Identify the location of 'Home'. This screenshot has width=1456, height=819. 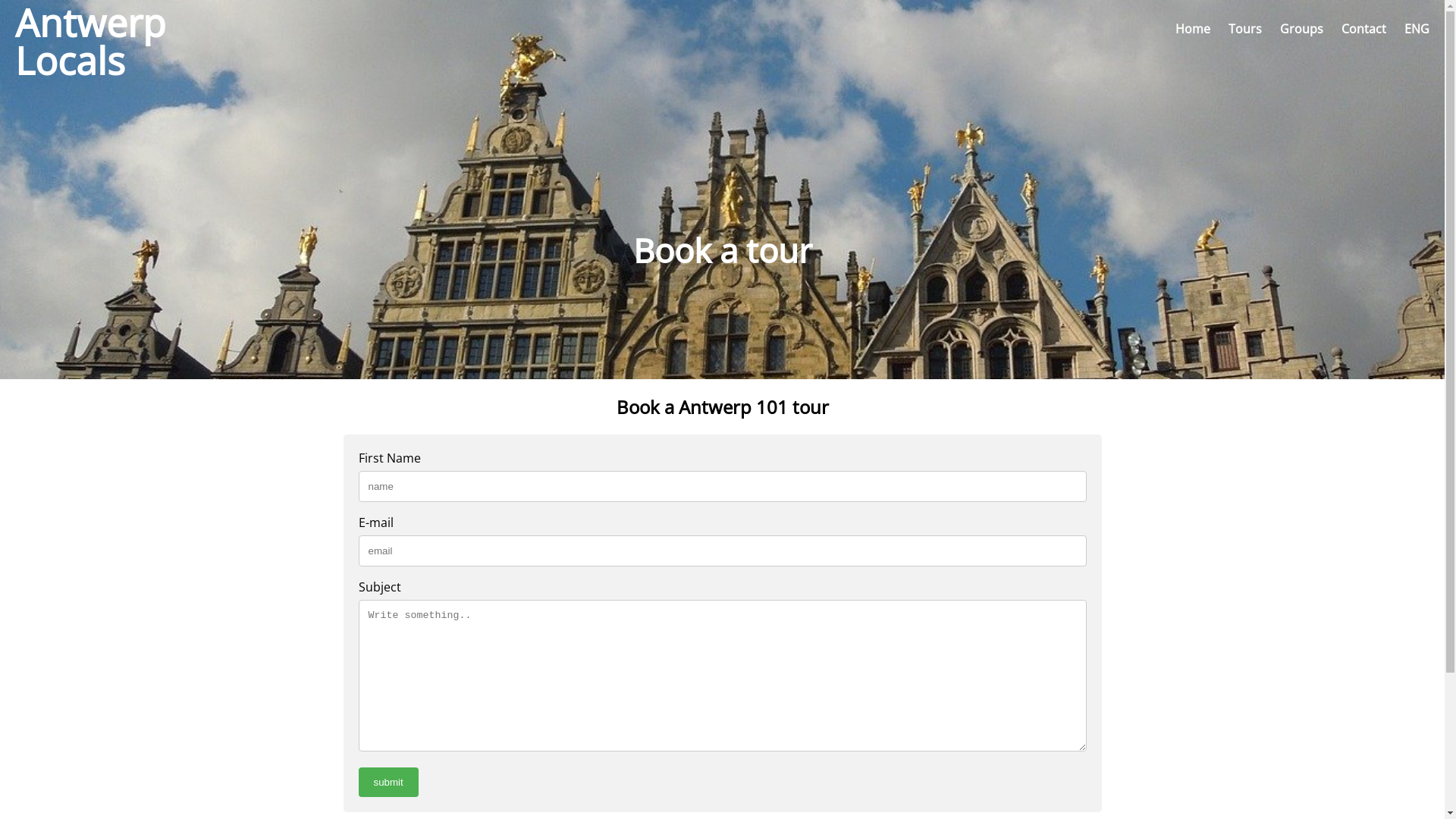
(1192, 29).